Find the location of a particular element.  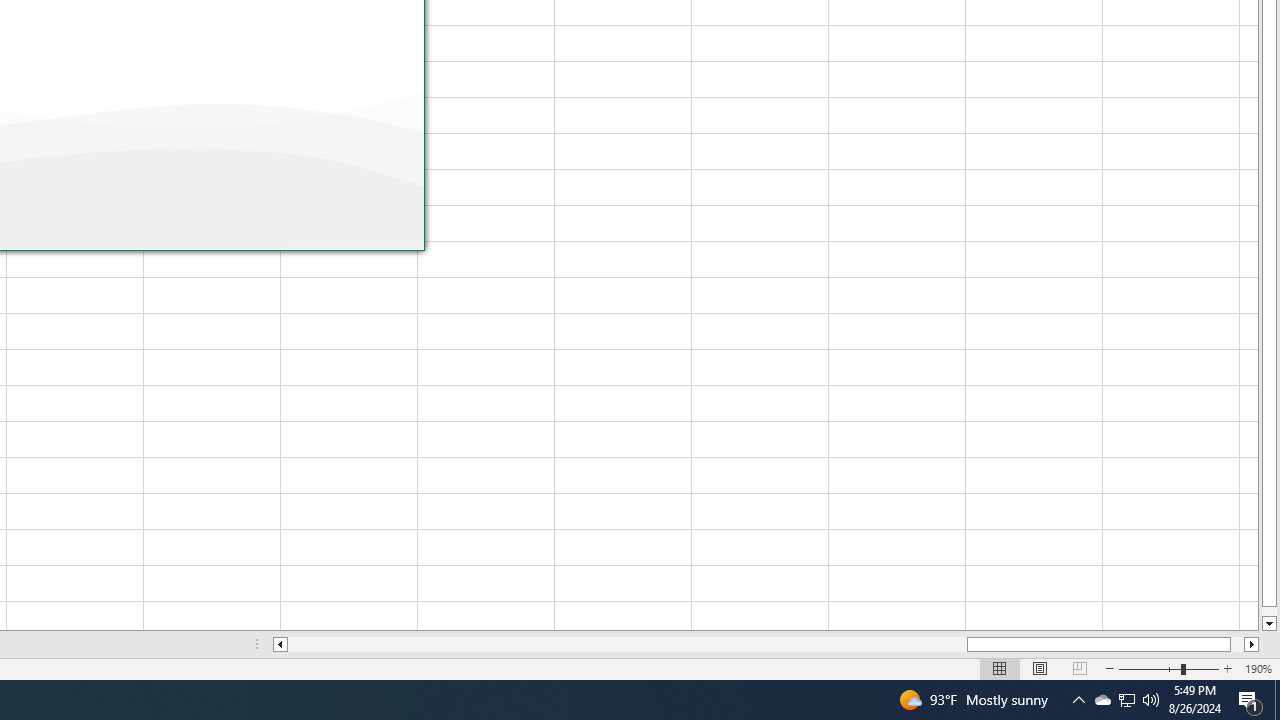

'Action Center, 1 new notification' is located at coordinates (1250, 698).